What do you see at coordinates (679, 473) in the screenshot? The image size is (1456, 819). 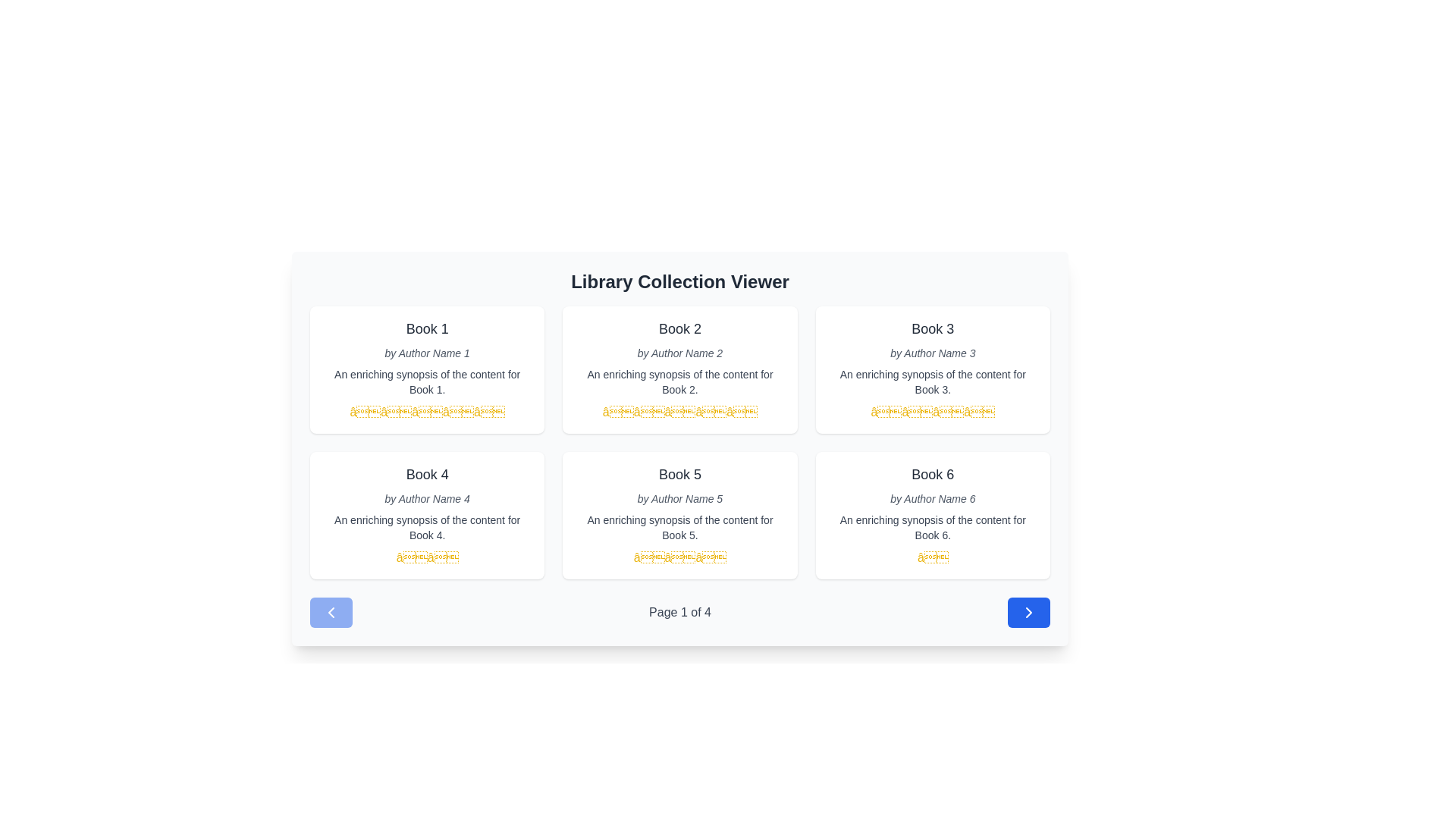 I see `the static text label displaying the title of 'Book 5', which is located in the second row, middle column of the grid layout` at bounding box center [679, 473].